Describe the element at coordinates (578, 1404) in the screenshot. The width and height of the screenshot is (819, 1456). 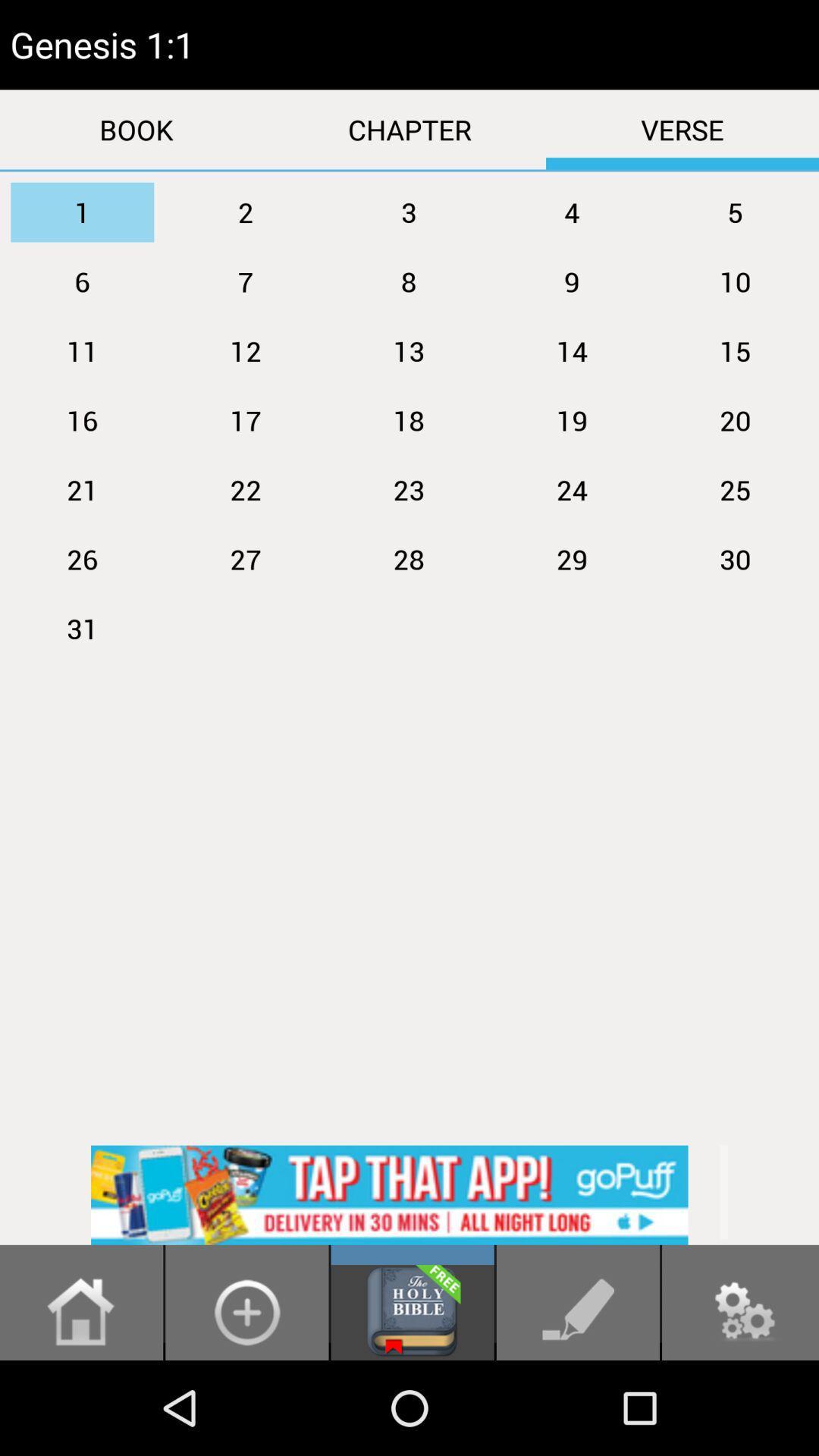
I see `the edit icon` at that location.